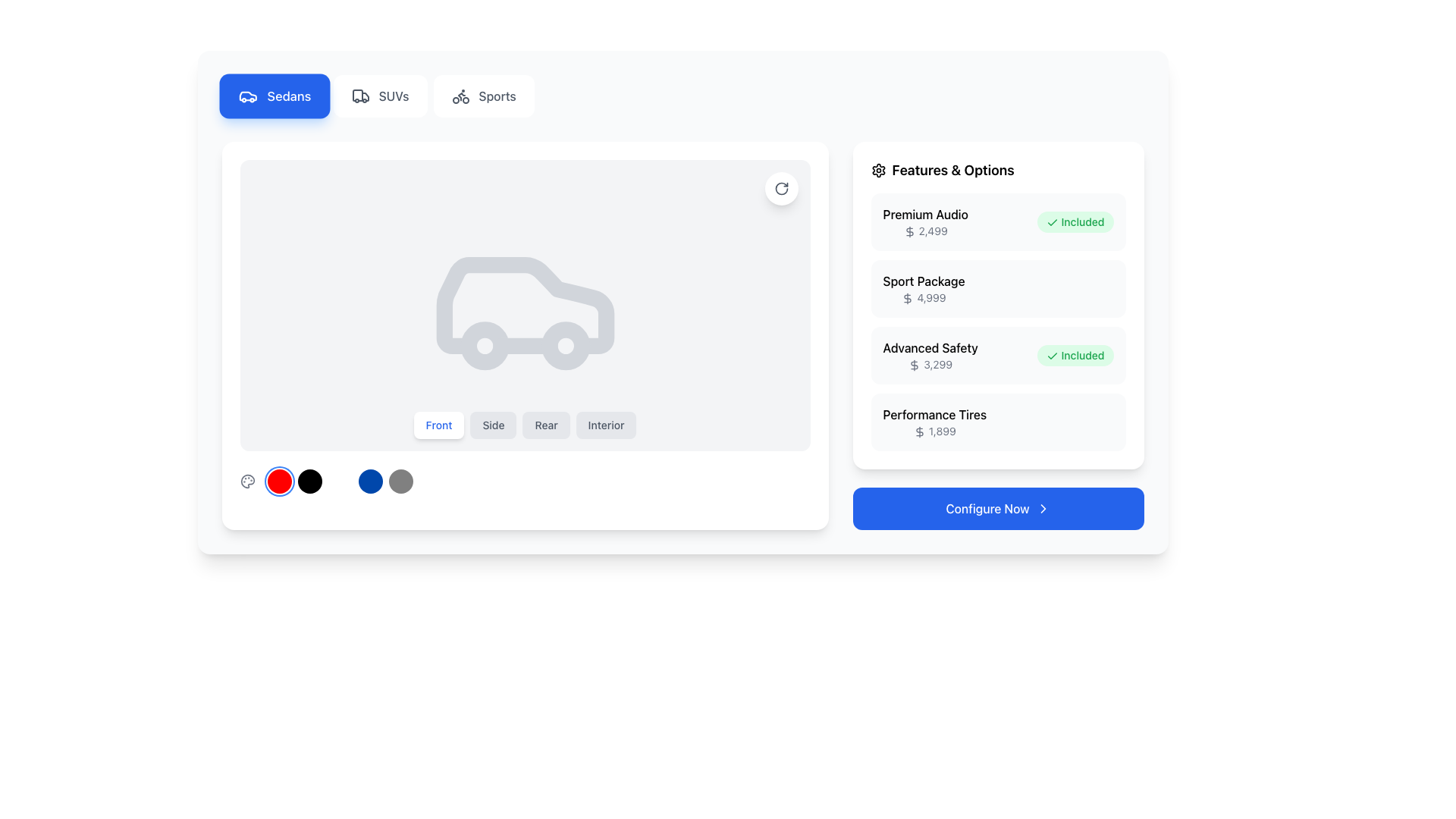 This screenshot has height=819, width=1456. I want to click on the text display showing '4,999' with a dollar sign icon, located in the 'Features & Options' section of the right-hand panel below 'Sport Package', so click(923, 298).